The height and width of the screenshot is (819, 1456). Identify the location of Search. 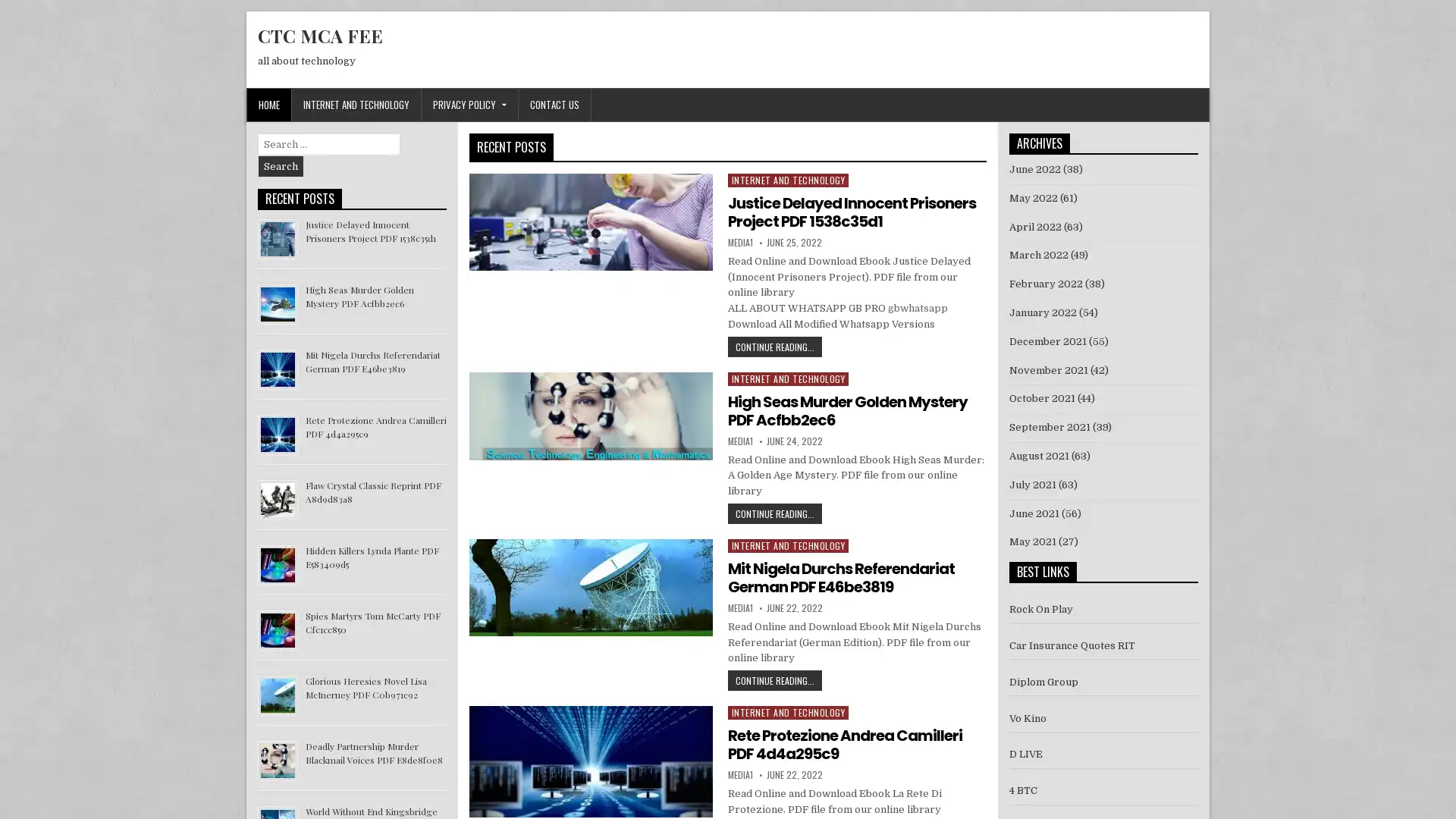
(281, 166).